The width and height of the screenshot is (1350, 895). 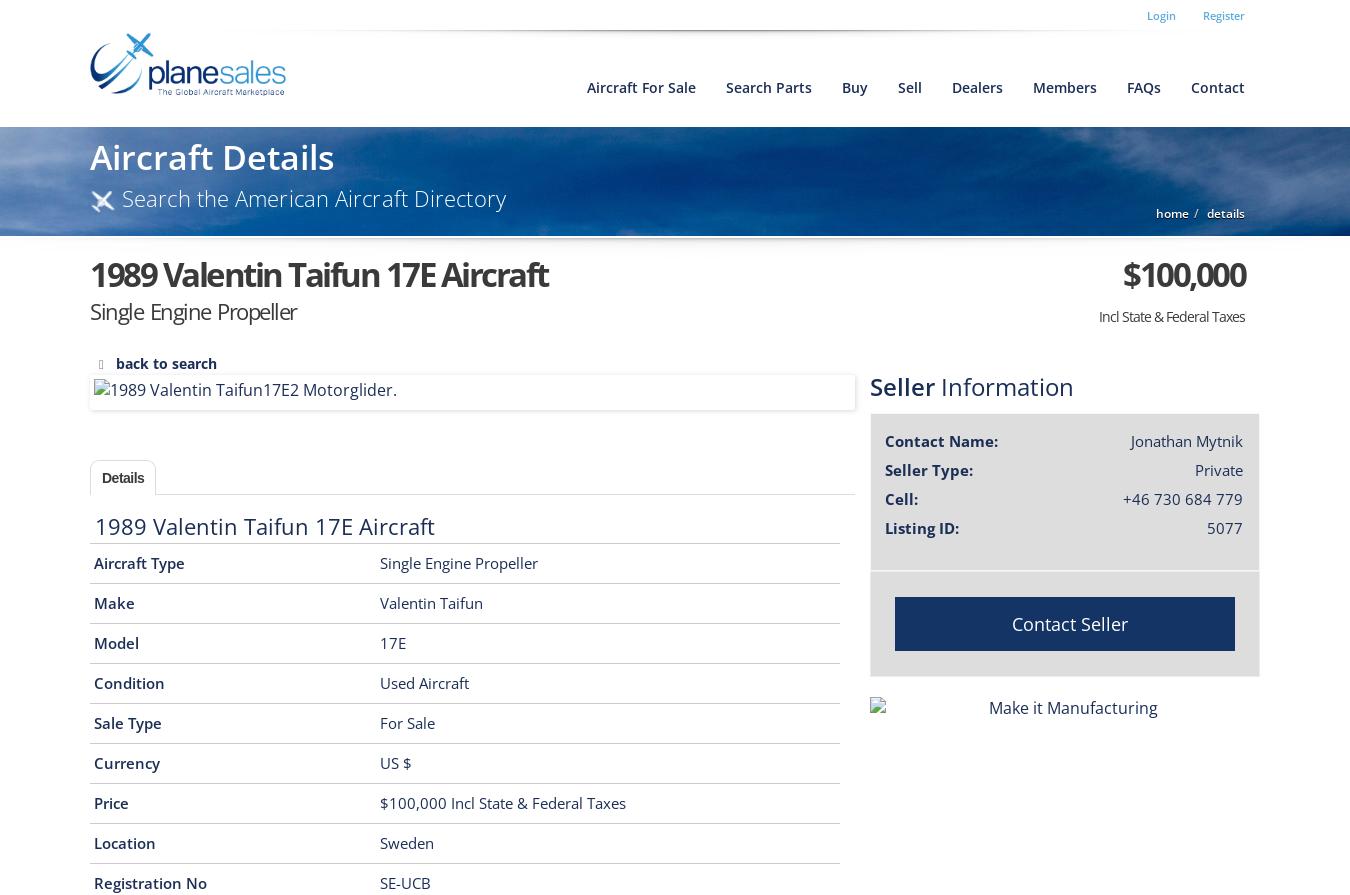 I want to click on '+46 730 684 779', so click(x=1182, y=497).